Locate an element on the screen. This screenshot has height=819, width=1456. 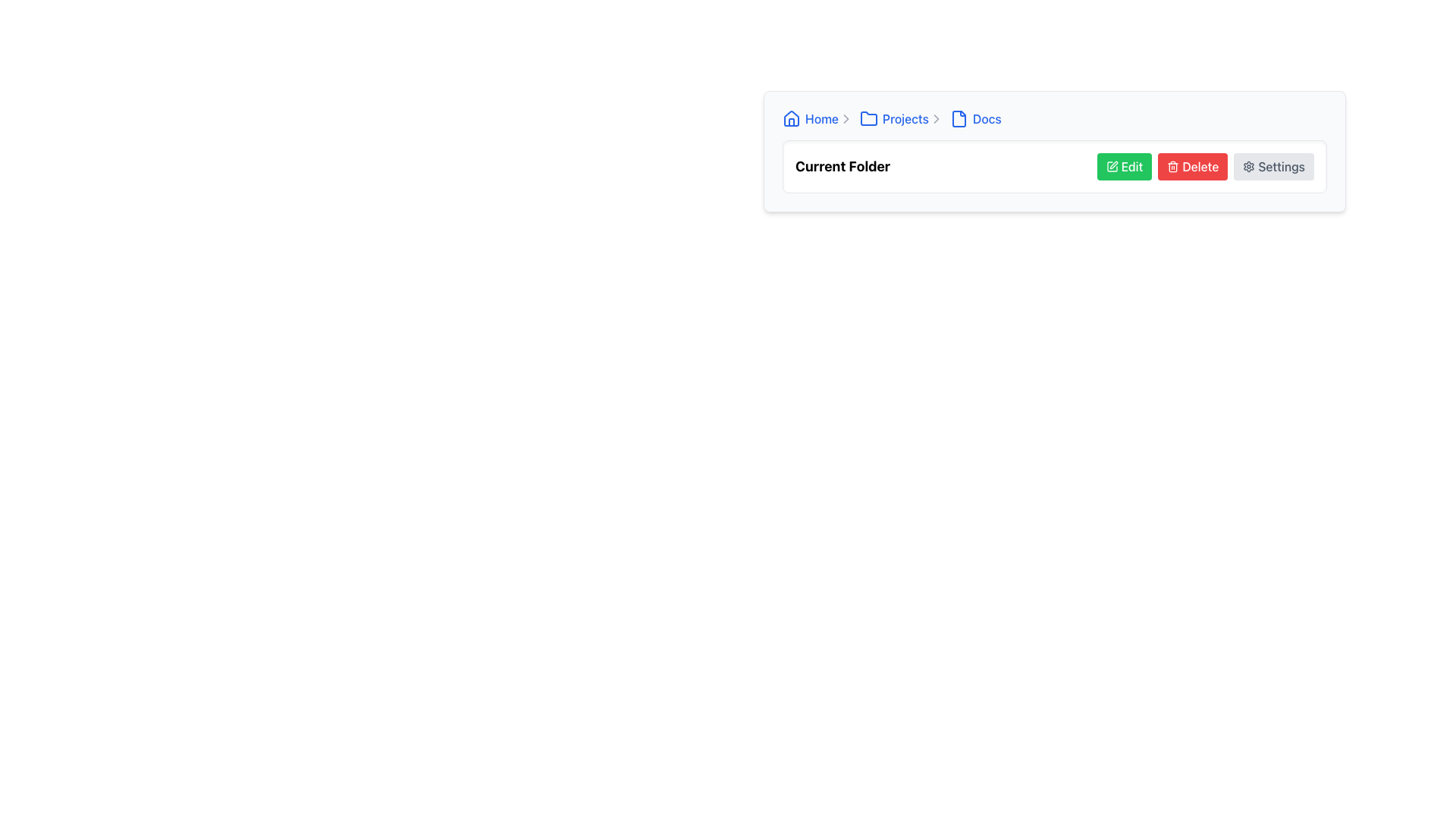
the trash bin icon, which is located to the left of the 'Delete' text within a red button component is located at coordinates (1172, 166).